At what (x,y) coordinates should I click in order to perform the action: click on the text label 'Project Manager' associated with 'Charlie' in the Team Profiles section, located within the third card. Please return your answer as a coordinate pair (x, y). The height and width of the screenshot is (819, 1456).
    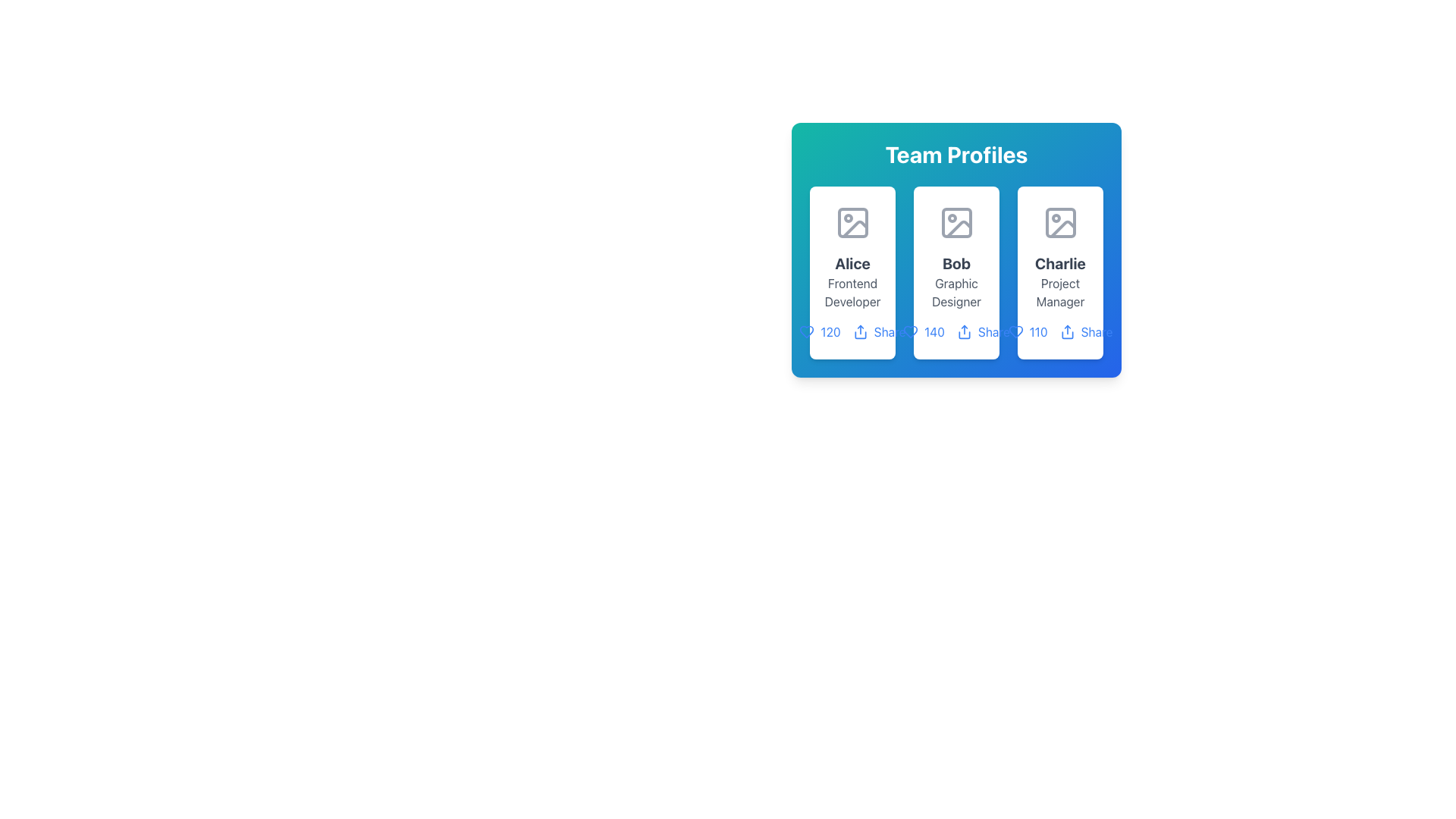
    Looking at the image, I should click on (1059, 292).